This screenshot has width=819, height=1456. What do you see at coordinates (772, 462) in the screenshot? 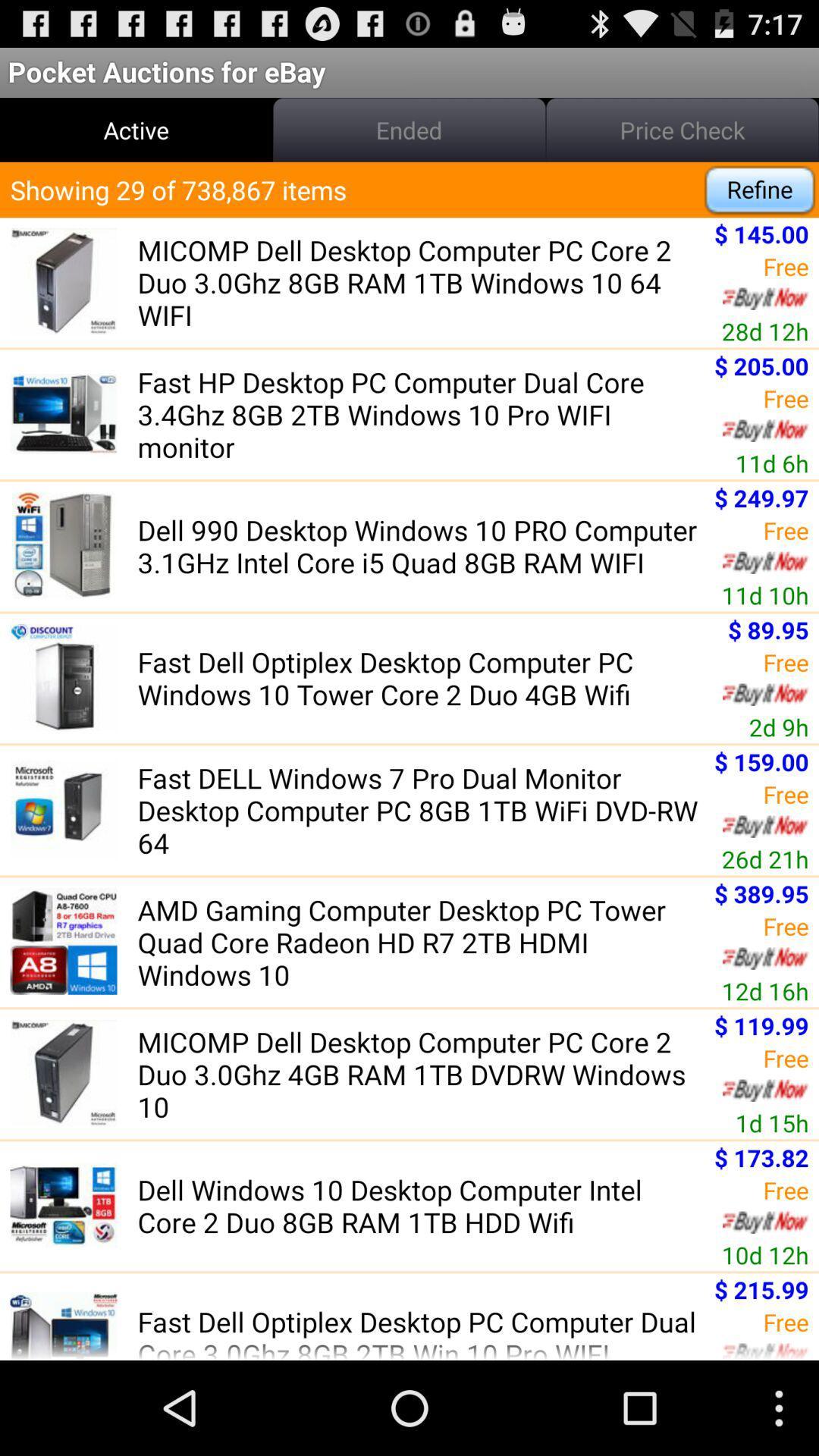
I see `the icon next to fast hp desktop item` at bounding box center [772, 462].